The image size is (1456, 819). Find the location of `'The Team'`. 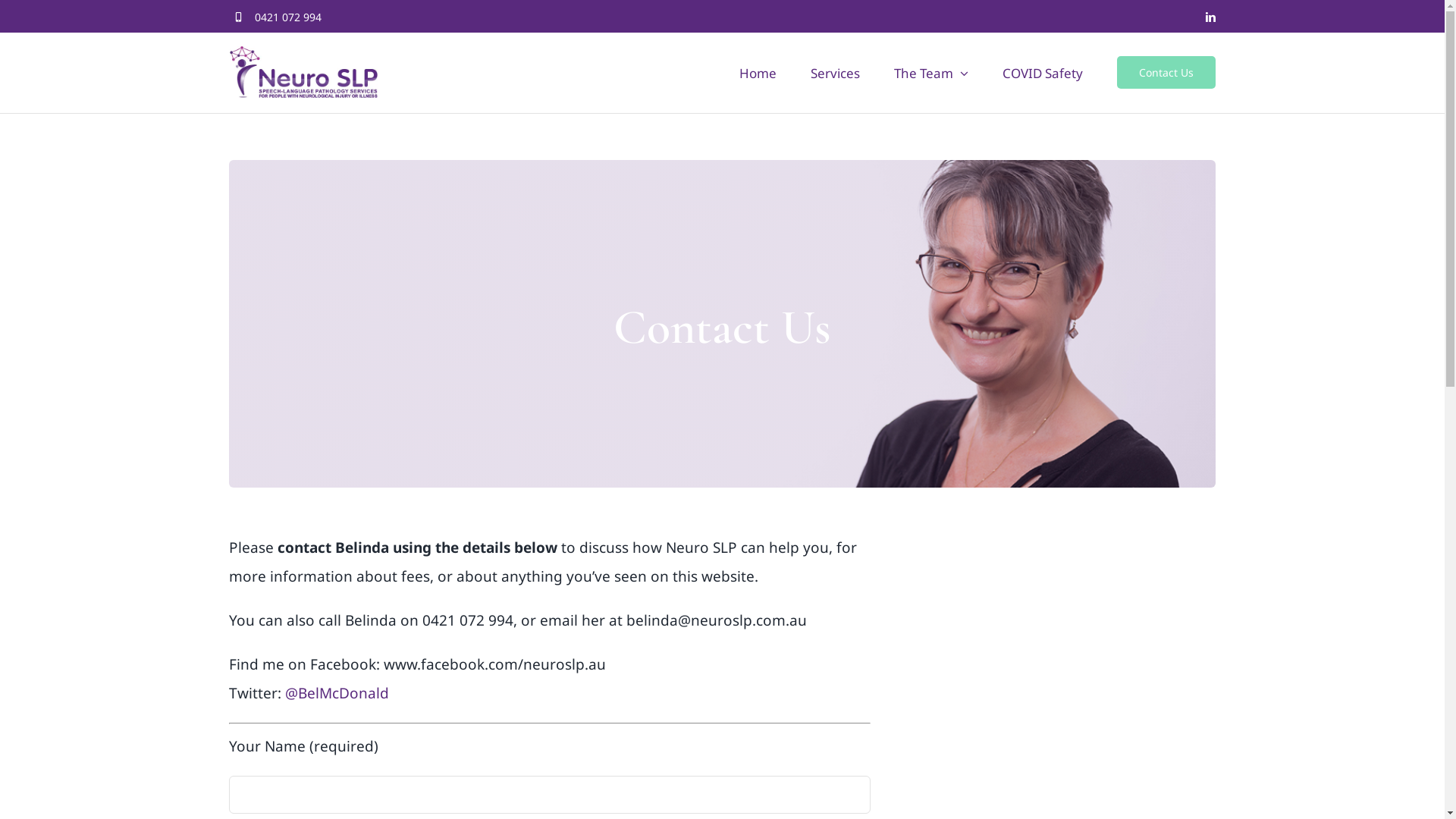

'The Team' is located at coordinates (930, 72).